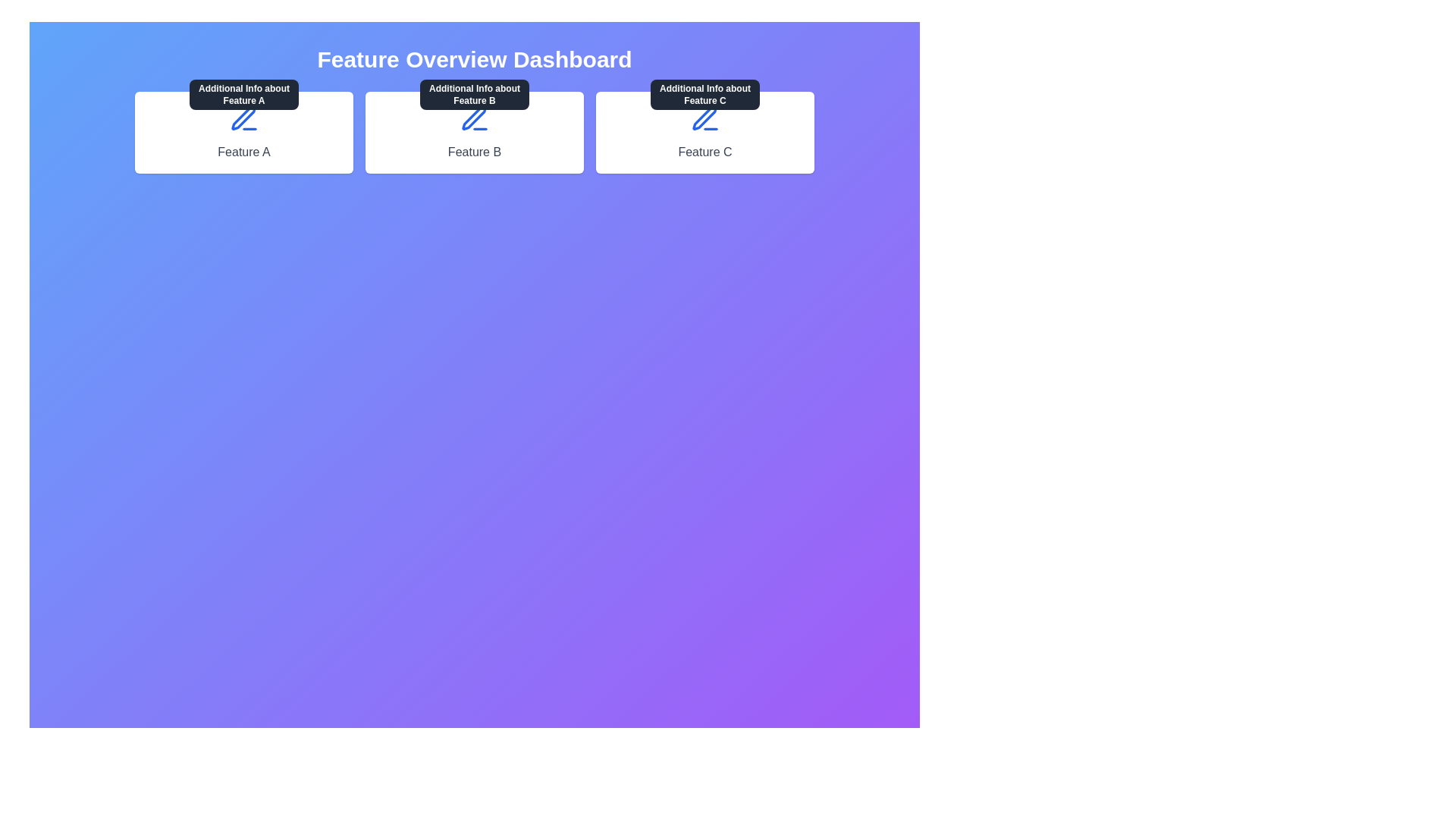  Describe the element at coordinates (473, 131) in the screenshot. I see `the Information card featuring a blue pen icon and the text 'Feature B' below it, which is the second item in a three-item grid layout` at that location.